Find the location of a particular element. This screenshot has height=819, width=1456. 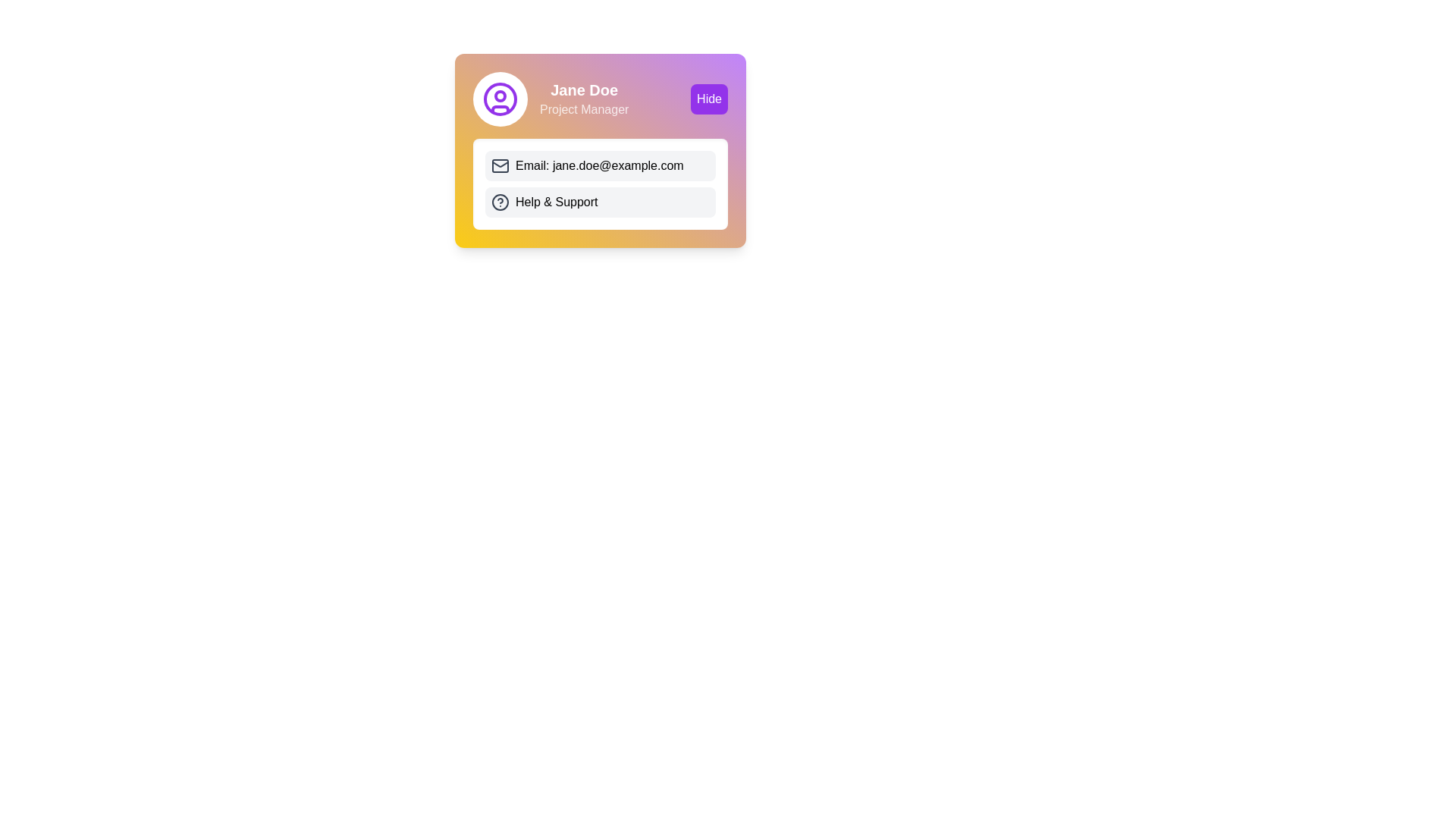

the 'Help & Support' icon which is positioned to the left of the button's text label is located at coordinates (500, 201).